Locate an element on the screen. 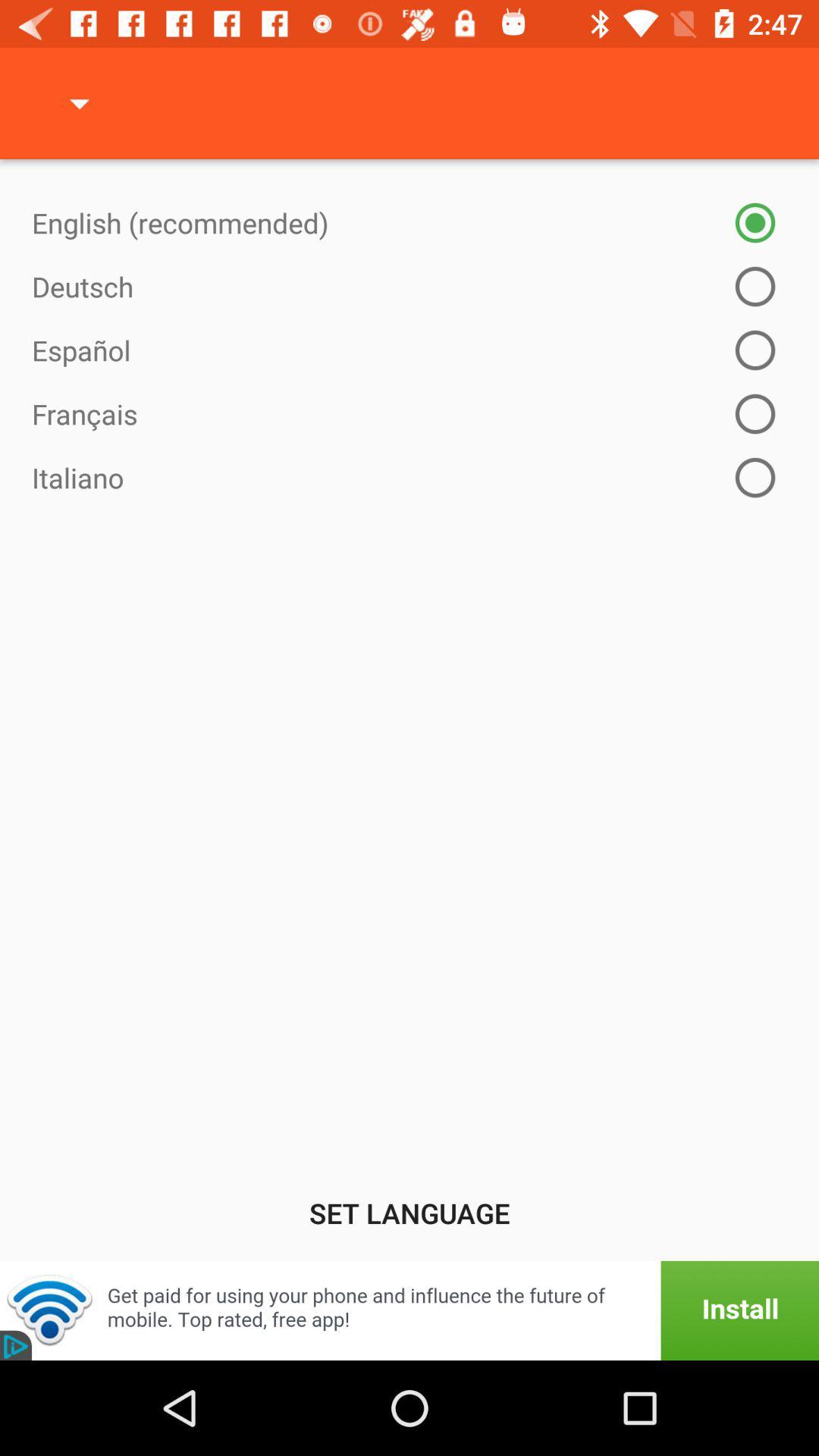 The height and width of the screenshot is (1456, 819). install app is located at coordinates (409, 1310).